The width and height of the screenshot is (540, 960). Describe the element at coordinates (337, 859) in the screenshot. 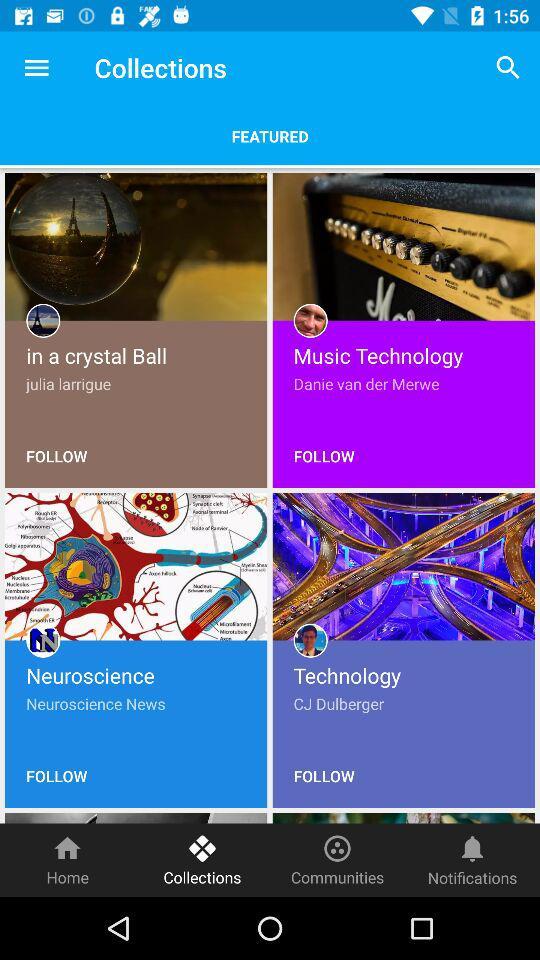

I see `item to the right of the collections item` at that location.